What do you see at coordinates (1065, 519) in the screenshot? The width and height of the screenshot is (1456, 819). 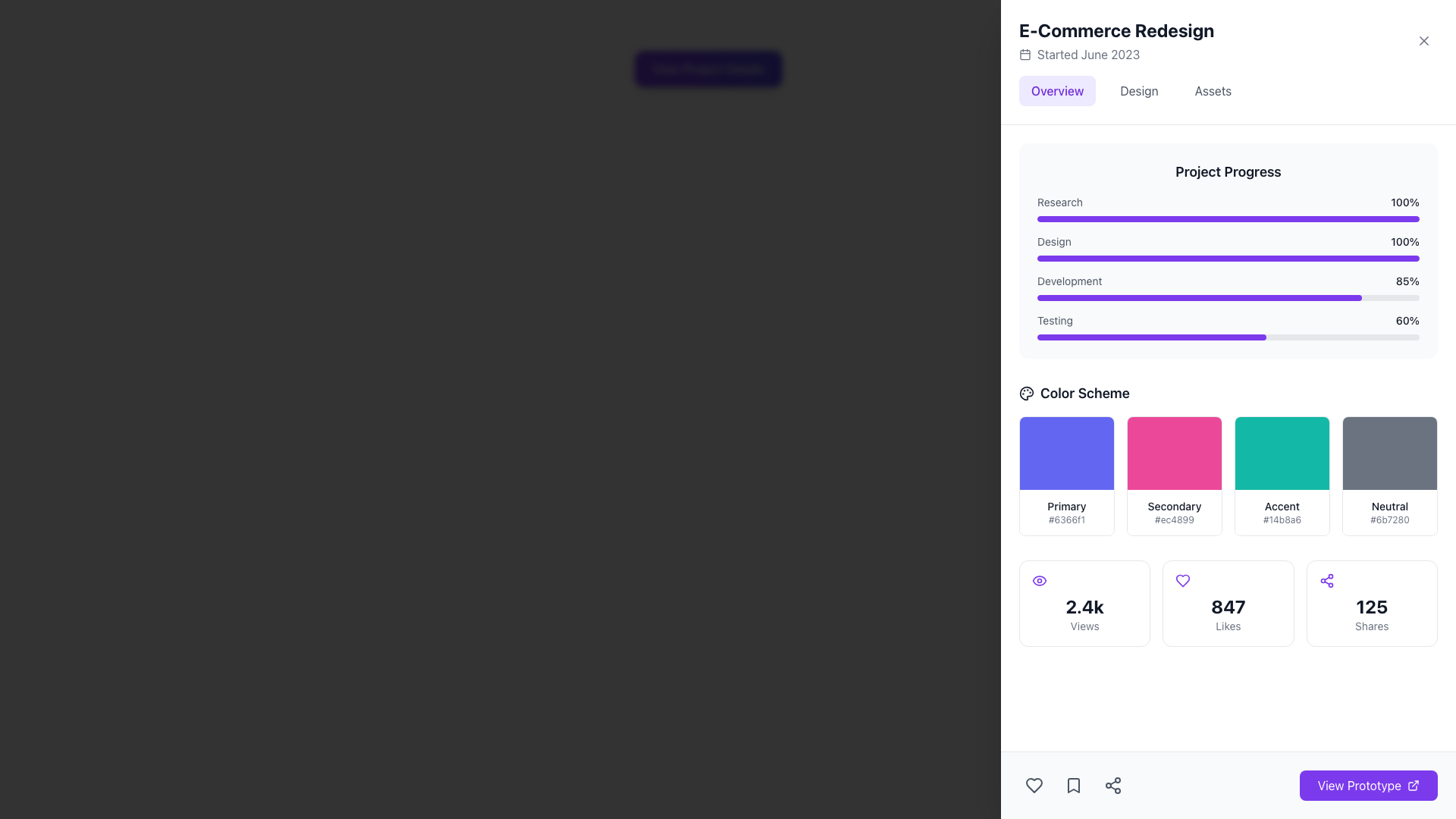 I see `the small text field displaying the hexadecimal color code '#6366f1', which is positioned below the 'Primary' label within the card-like section of the Color Scheme` at bounding box center [1065, 519].